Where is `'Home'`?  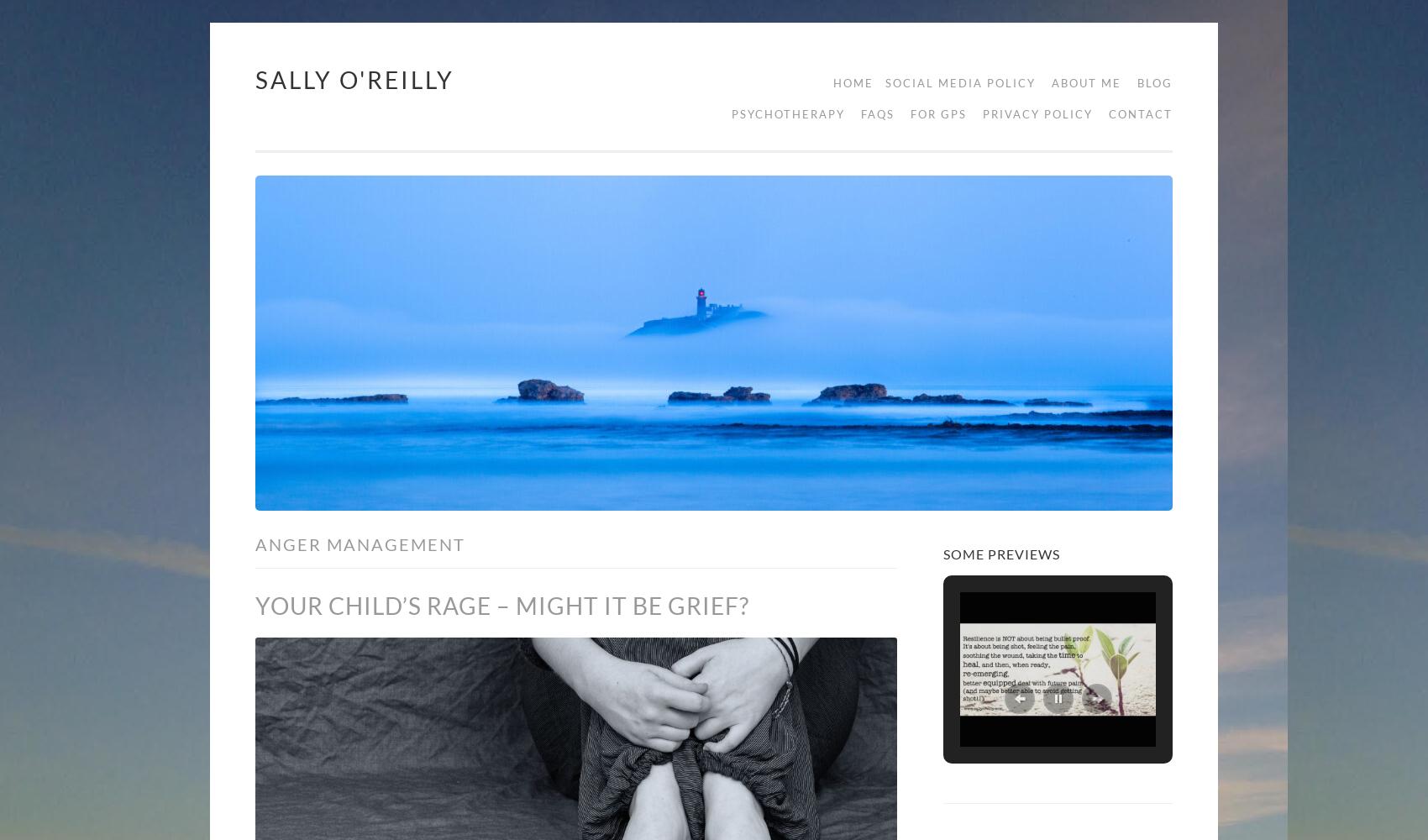
'Home' is located at coordinates (832, 82).